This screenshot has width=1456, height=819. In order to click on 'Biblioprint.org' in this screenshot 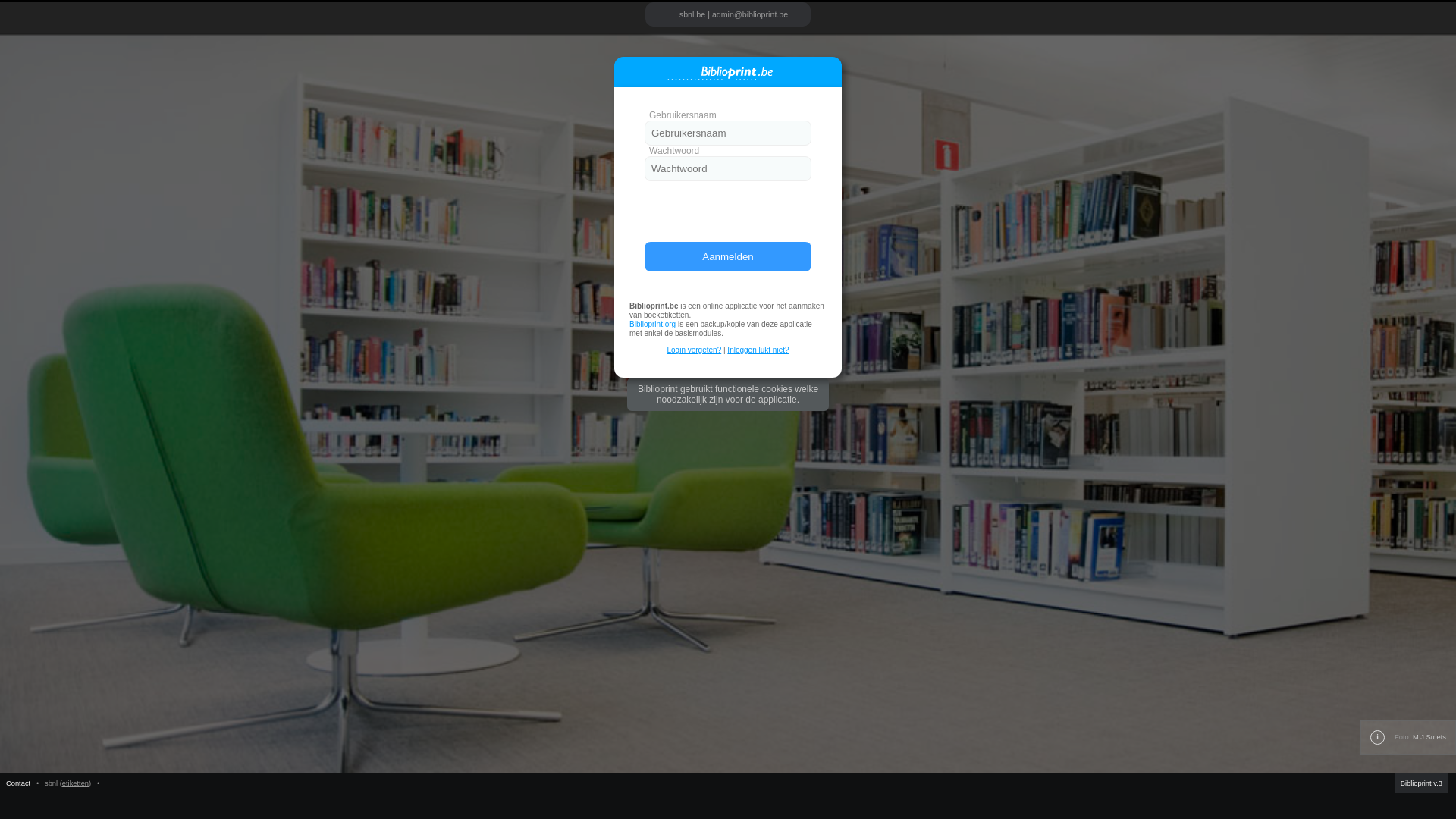, I will do `click(652, 323)`.